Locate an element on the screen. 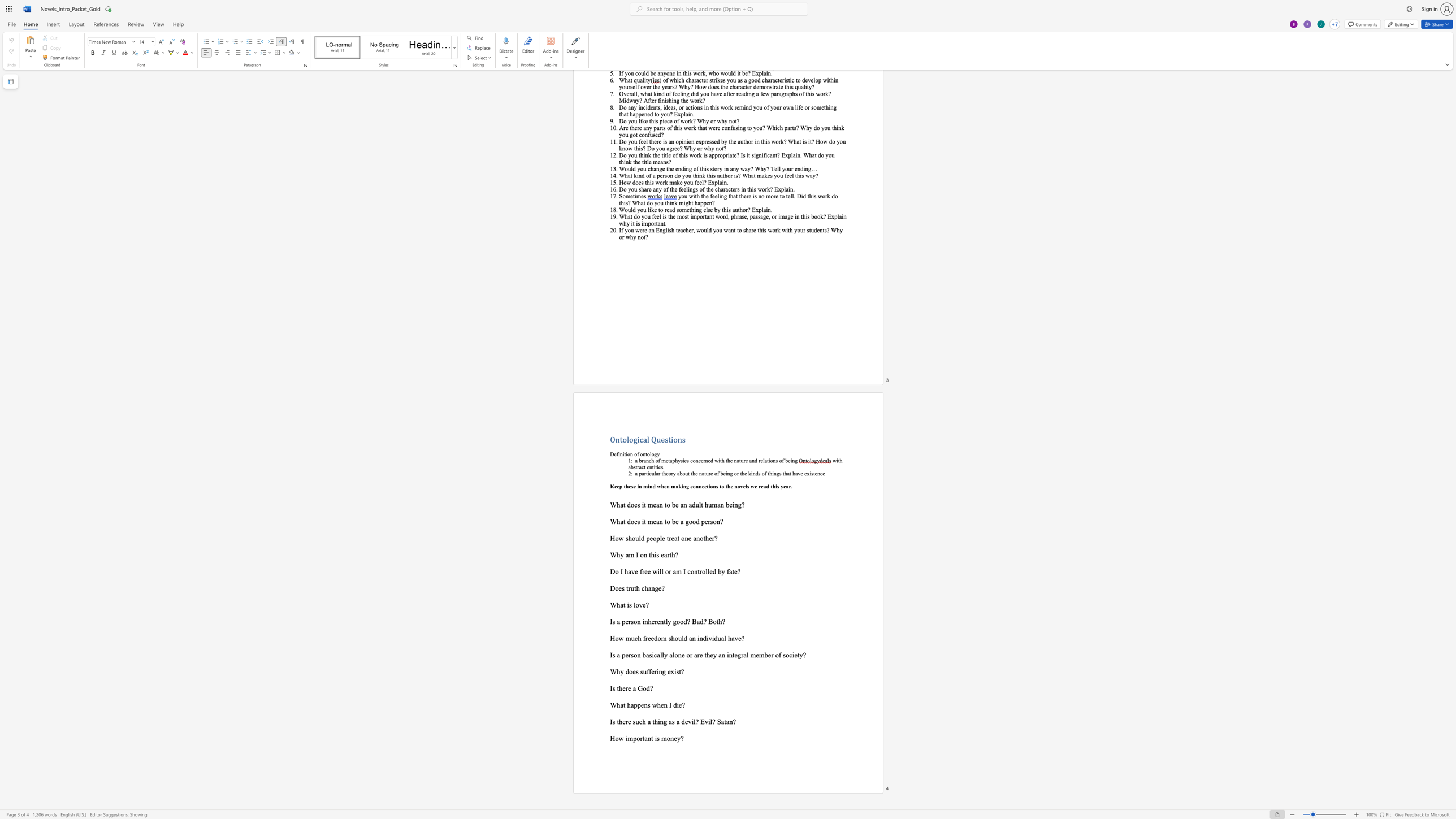 Image resolution: width=1456 pixels, height=819 pixels. the space between the continuous character "h" and "y" in the text is located at coordinates (619, 554).